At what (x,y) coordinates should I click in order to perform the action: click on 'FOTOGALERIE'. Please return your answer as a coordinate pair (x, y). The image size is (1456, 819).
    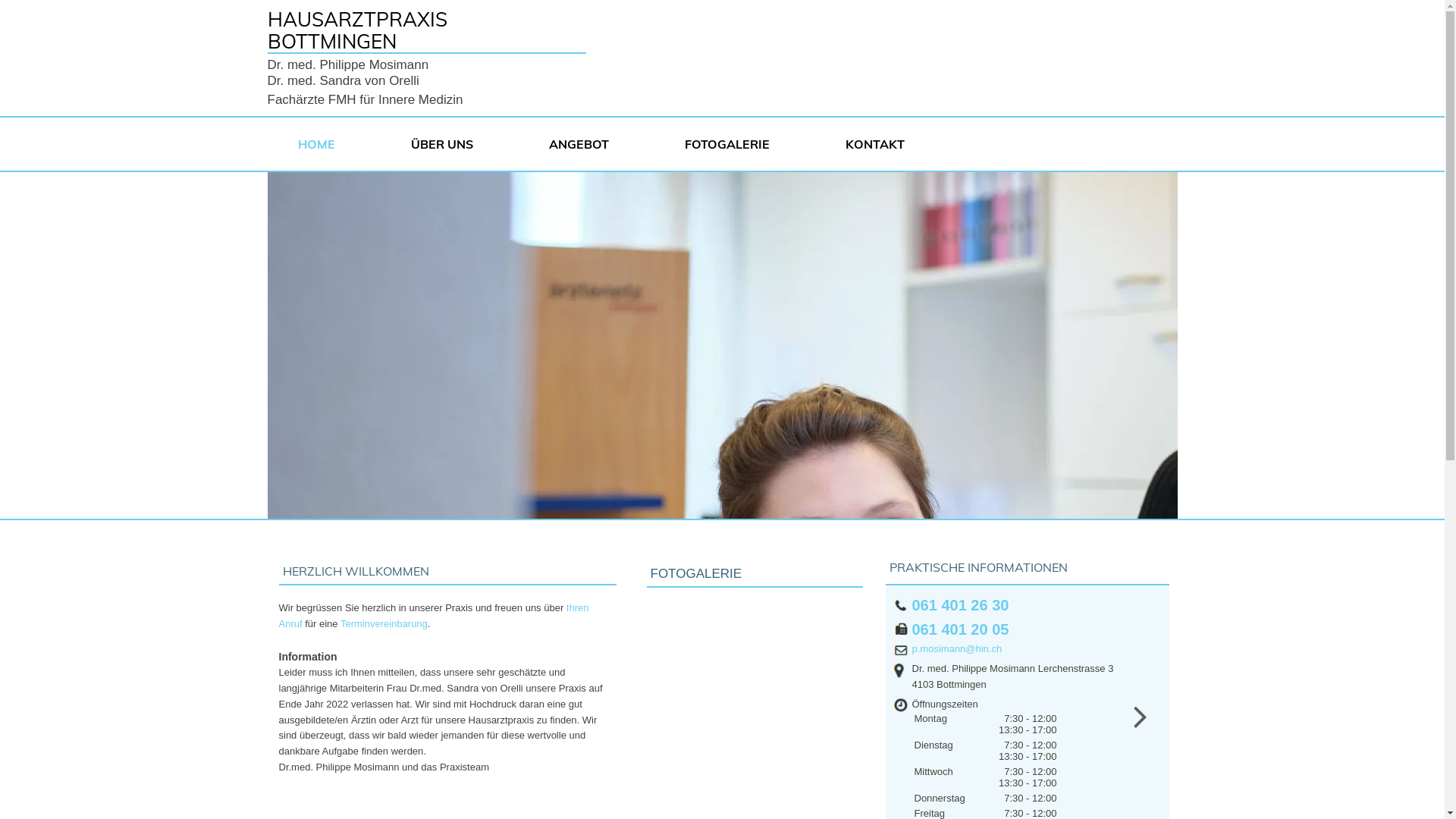
    Looking at the image, I should click on (654, 143).